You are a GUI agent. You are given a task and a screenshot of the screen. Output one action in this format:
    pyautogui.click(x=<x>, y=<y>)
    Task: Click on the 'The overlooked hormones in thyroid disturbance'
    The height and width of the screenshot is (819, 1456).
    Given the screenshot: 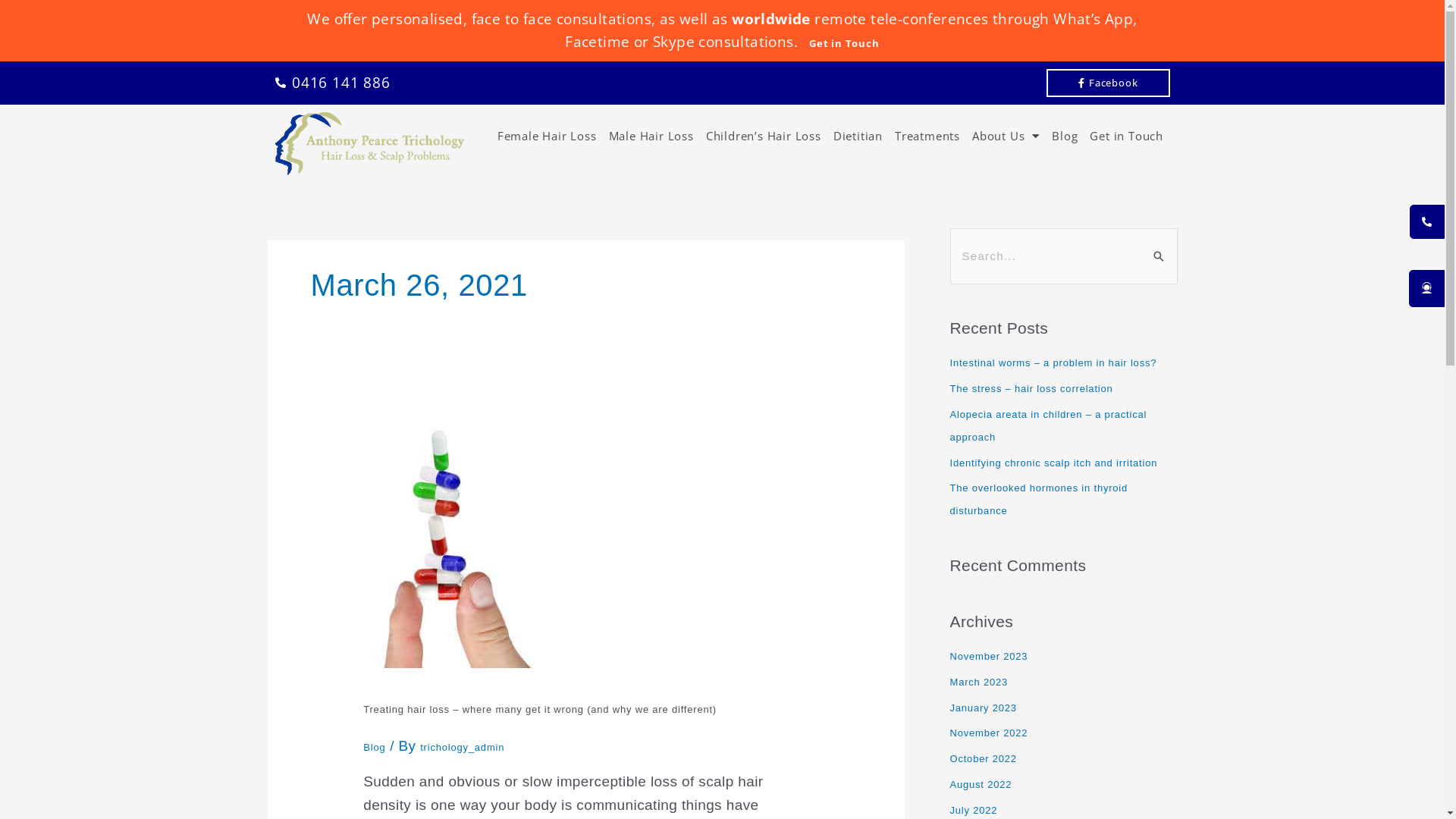 What is the action you would take?
    pyautogui.click(x=1037, y=499)
    